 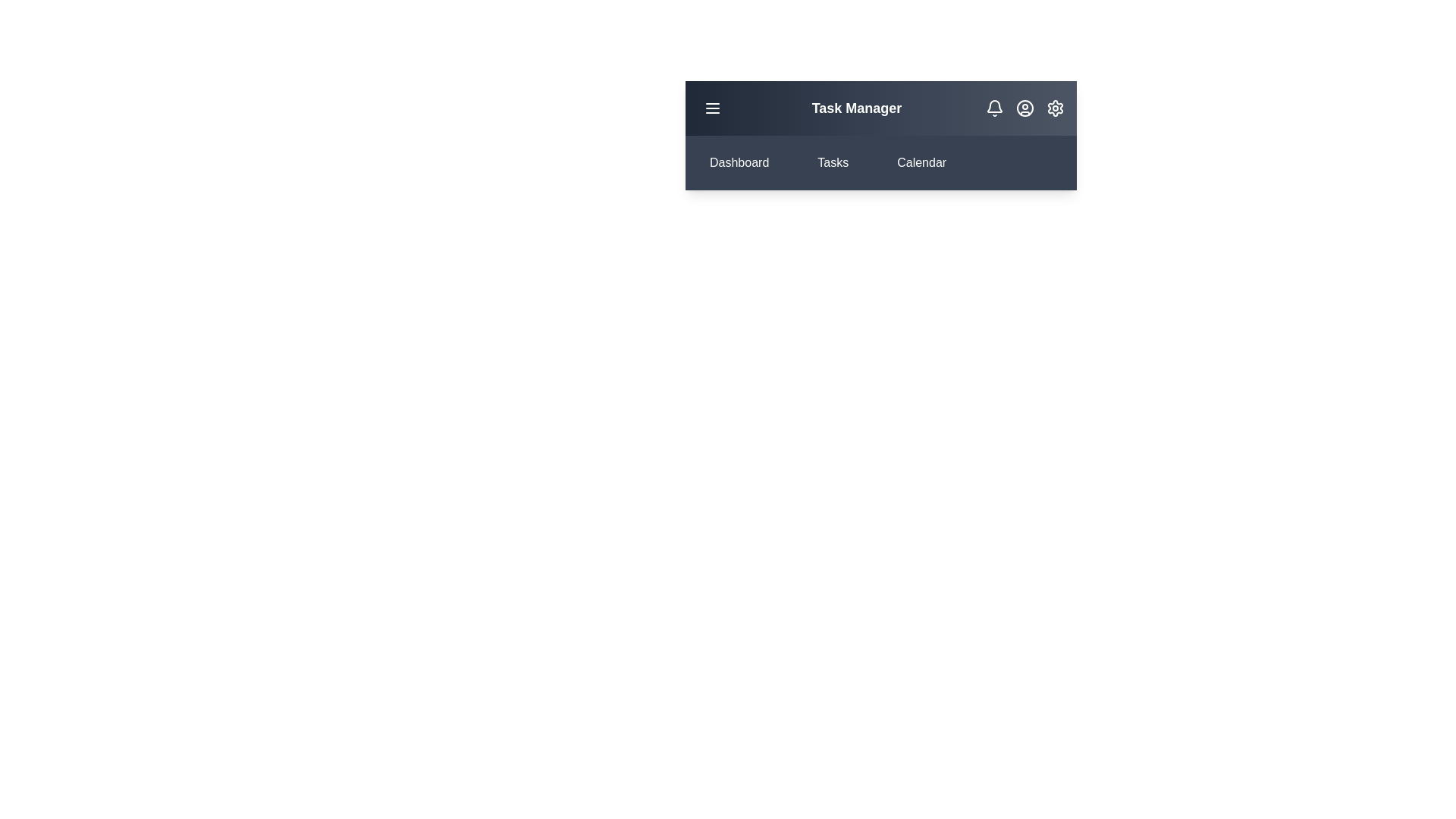 I want to click on the settings icon to access the settings menu, so click(x=1055, y=107).